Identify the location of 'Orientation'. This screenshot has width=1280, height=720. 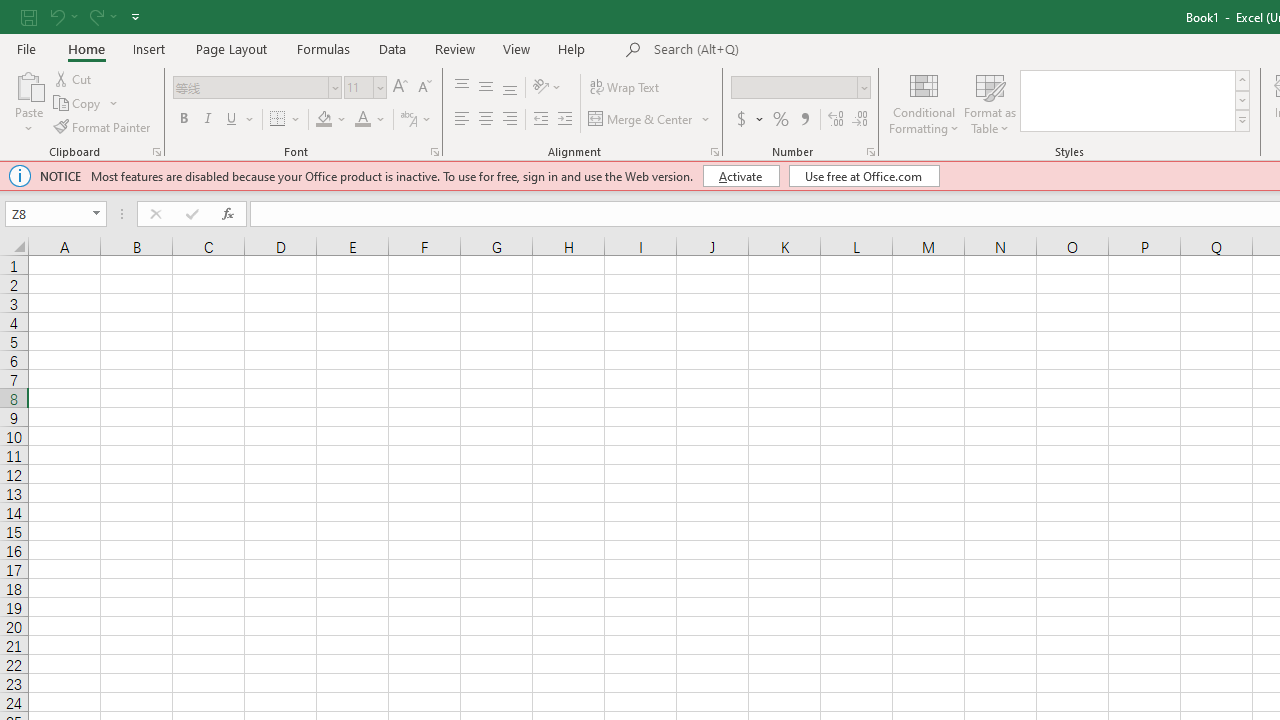
(547, 86).